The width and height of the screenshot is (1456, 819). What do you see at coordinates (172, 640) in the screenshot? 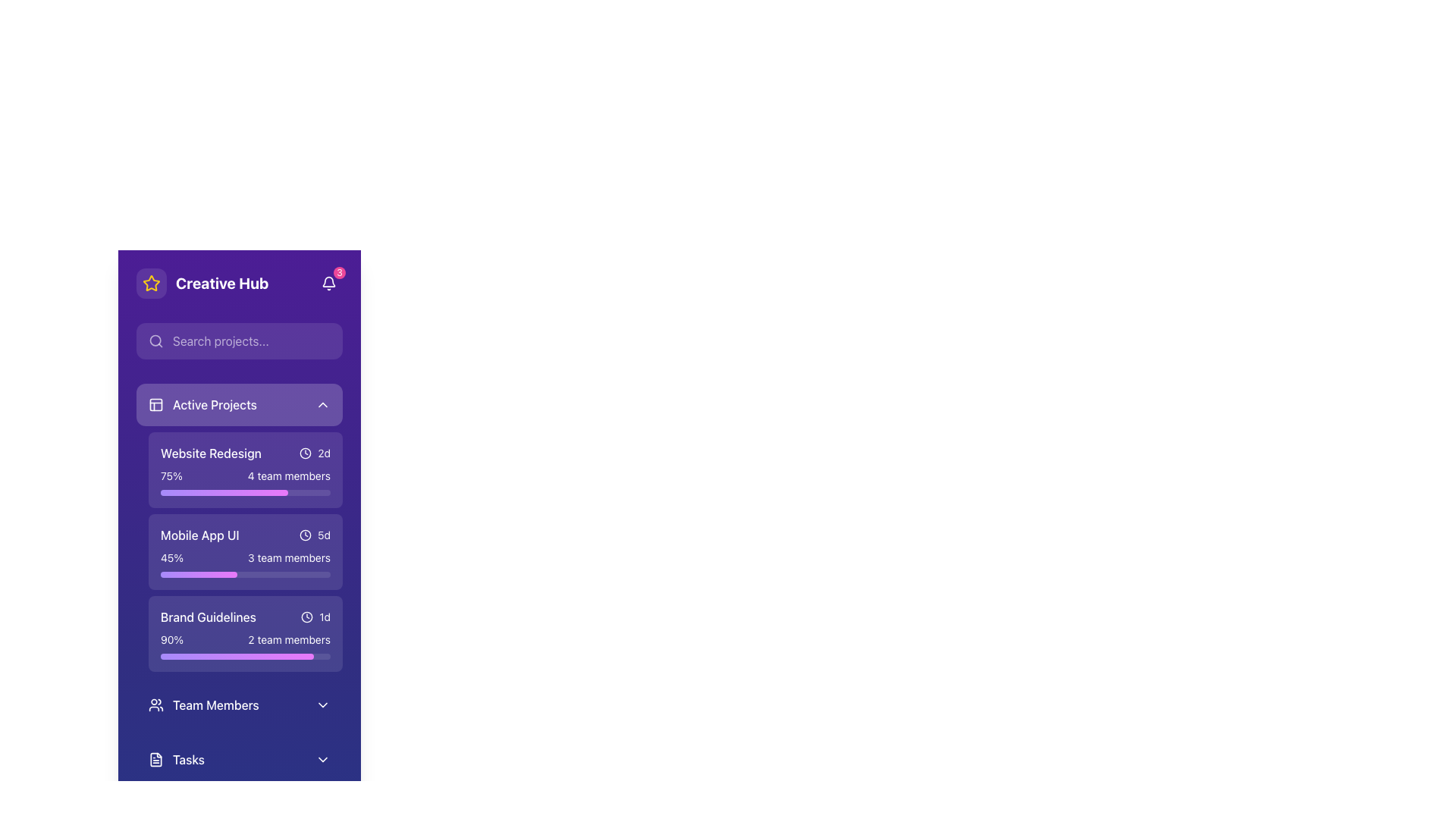
I see `the text label displaying the percentage completion of the 'Brand Guidelines' task, located in the 'Active Projects' section, near the top-left and separated from '2 team members'` at bounding box center [172, 640].